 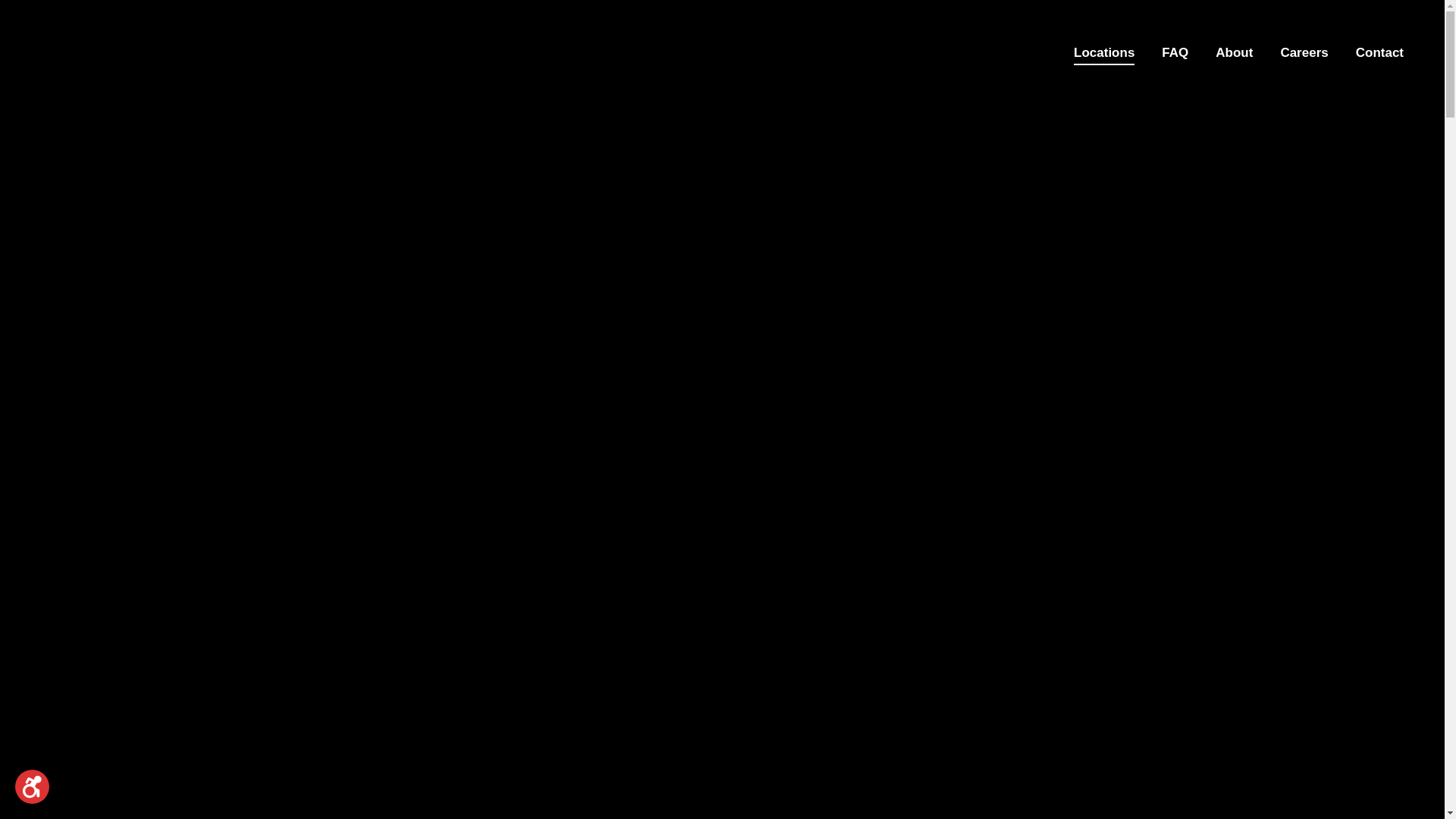 I want to click on 'Careers', so click(x=1276, y=52).